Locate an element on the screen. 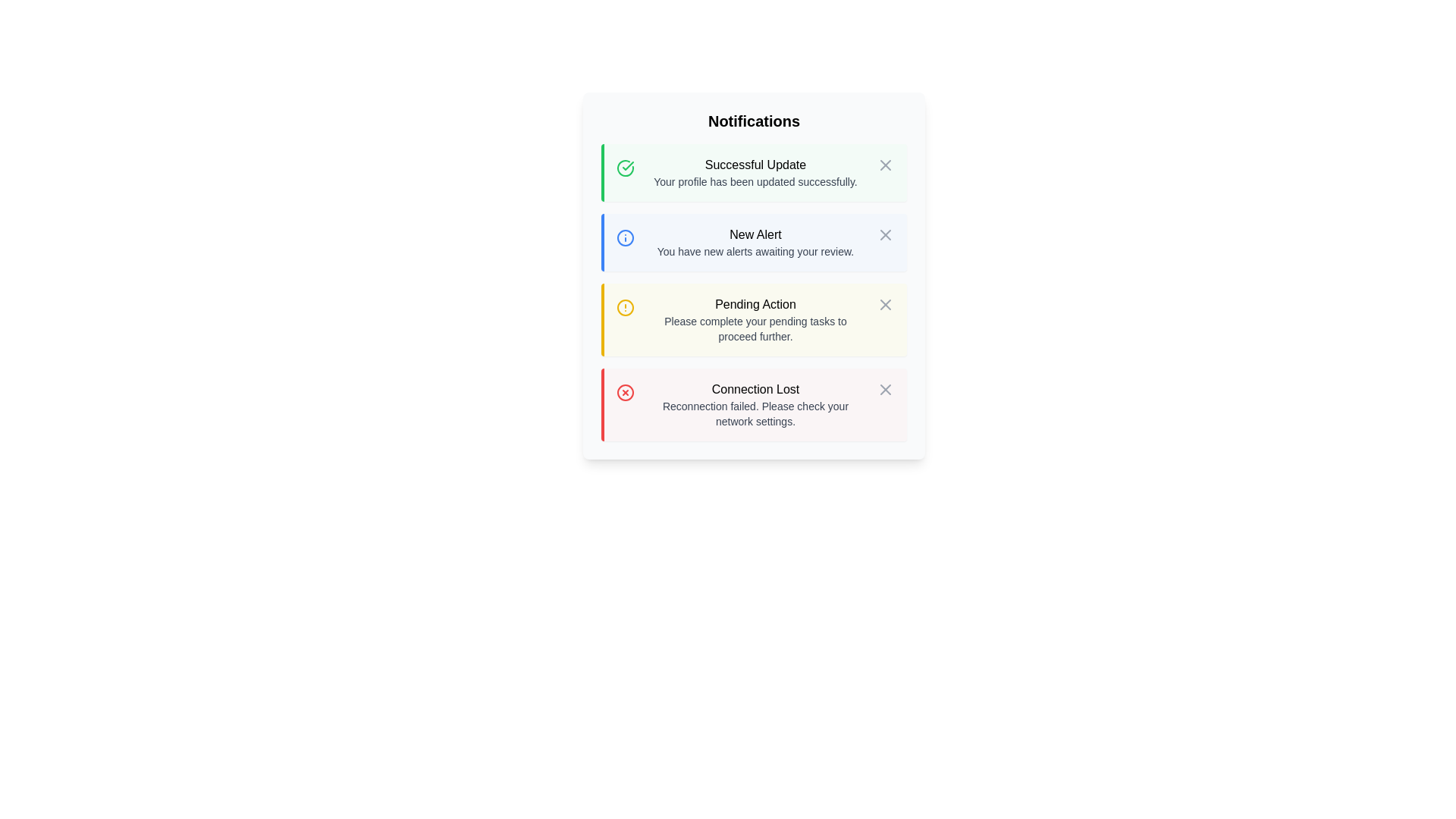 This screenshot has height=819, width=1456. the clickable icon in the notification list, which appears as a diagonal cross with a thin stroke and rounded ends is located at coordinates (885, 234).